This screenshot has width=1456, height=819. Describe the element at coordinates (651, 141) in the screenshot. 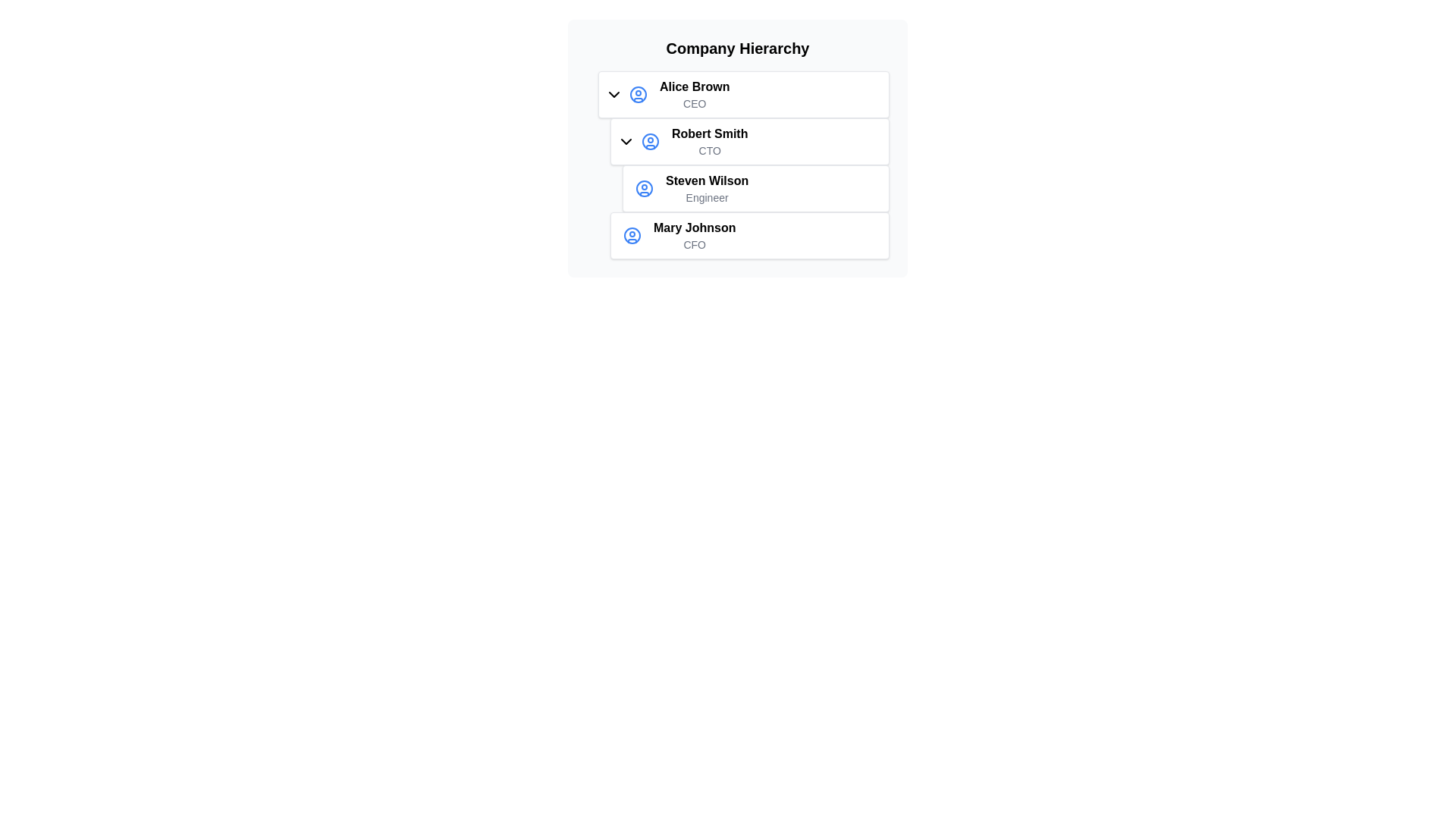

I see `the blue circular outline in the user icon representing 'Robert Smith', which is located above the text 'Robert Smith' and 'CTO' in the 'Company Hierarchy' interface` at that location.